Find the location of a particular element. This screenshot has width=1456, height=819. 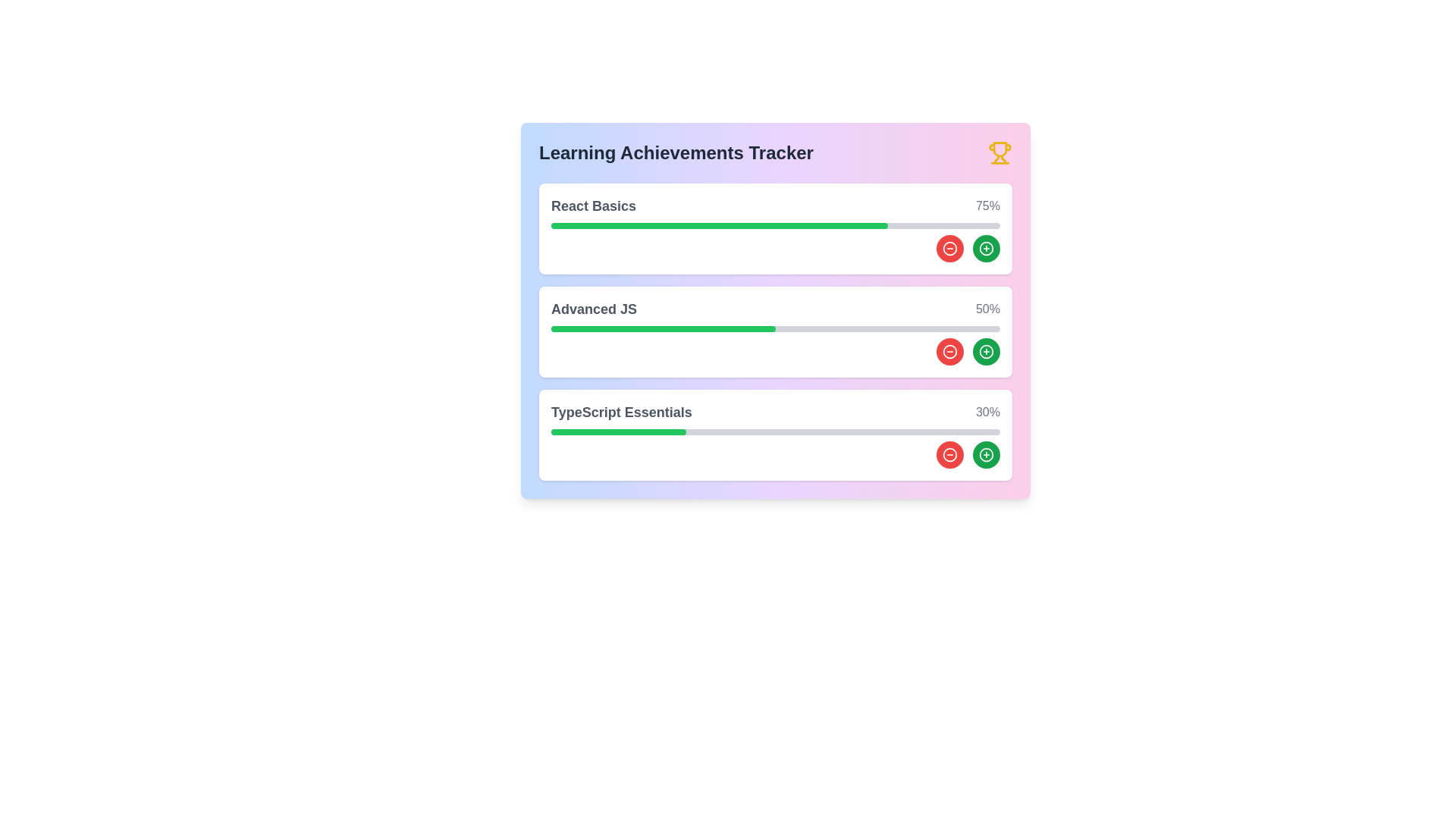

the circular green button with a plus sign icon in the Learning Achievements Tracker interface to visualize the hover effect is located at coordinates (986, 247).